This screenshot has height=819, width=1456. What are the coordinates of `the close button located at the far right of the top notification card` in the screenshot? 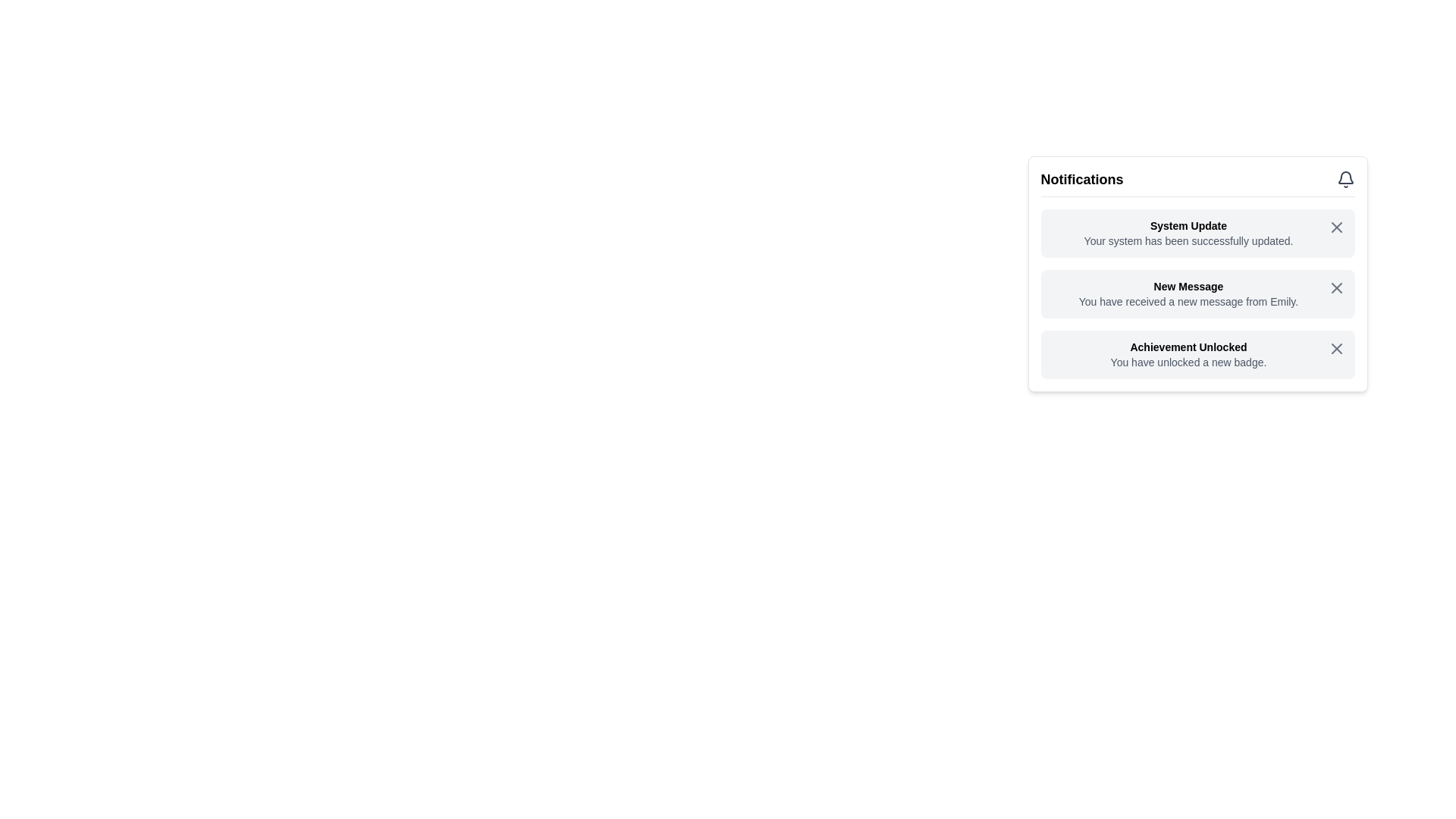 It's located at (1336, 227).